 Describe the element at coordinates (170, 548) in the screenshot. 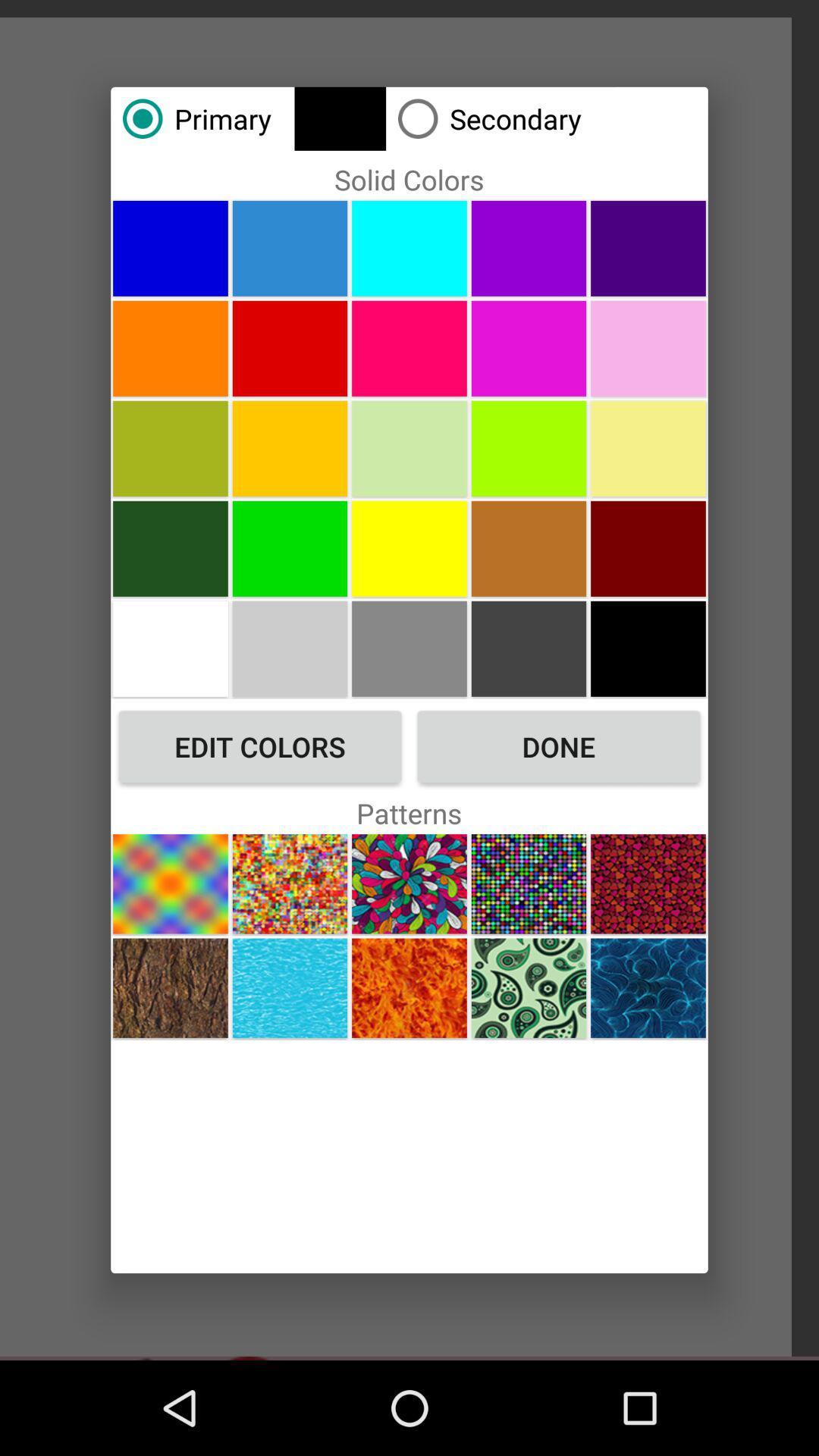

I see `choose color` at that location.